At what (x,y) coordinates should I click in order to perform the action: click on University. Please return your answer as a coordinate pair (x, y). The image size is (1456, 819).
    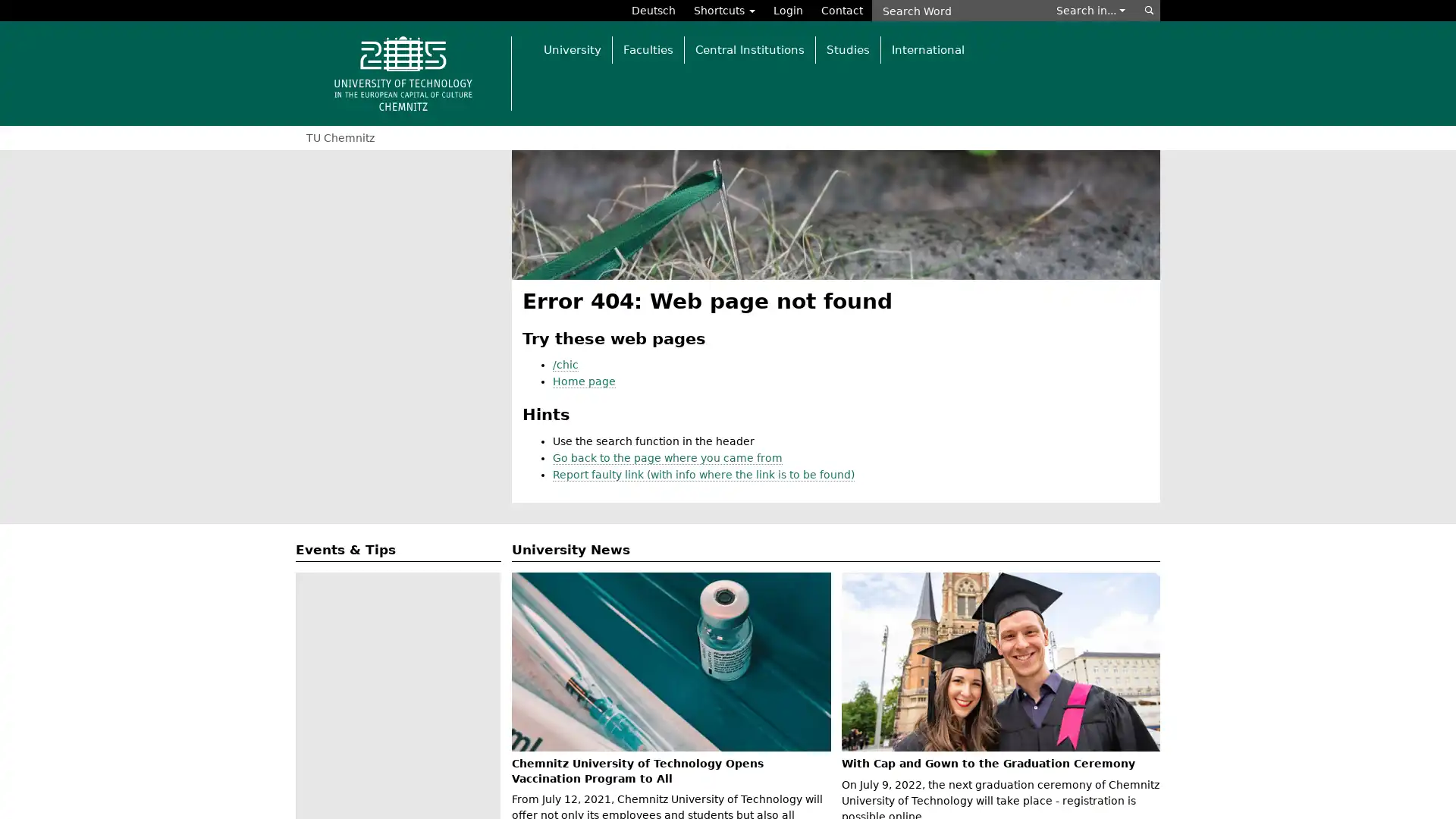
    Looking at the image, I should click on (571, 49).